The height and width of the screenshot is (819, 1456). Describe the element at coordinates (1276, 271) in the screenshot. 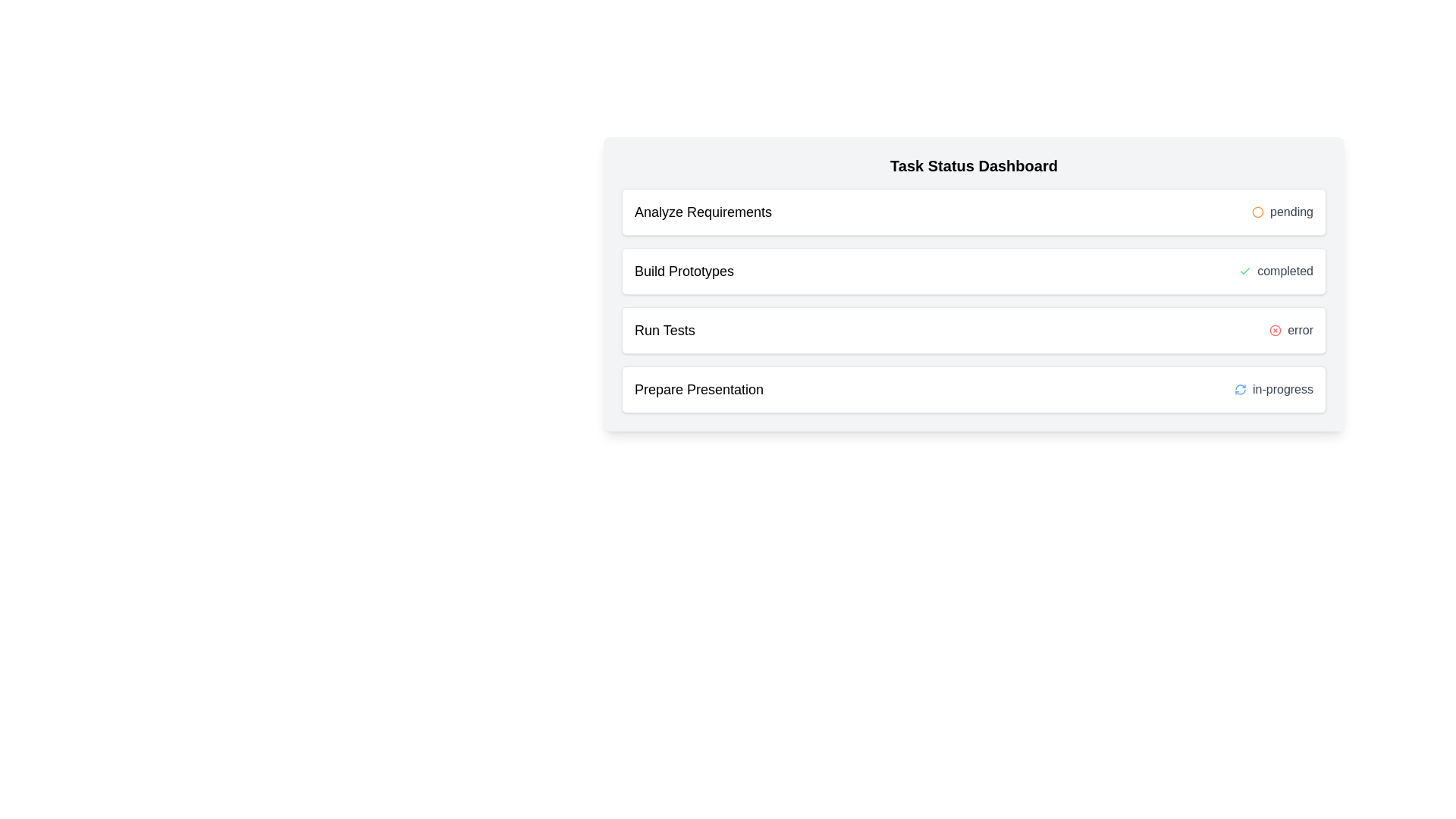

I see `the label with a green checkmark icon indicating 'completed' status, located in the second row of the task list under 'Build Prototypes'` at that location.